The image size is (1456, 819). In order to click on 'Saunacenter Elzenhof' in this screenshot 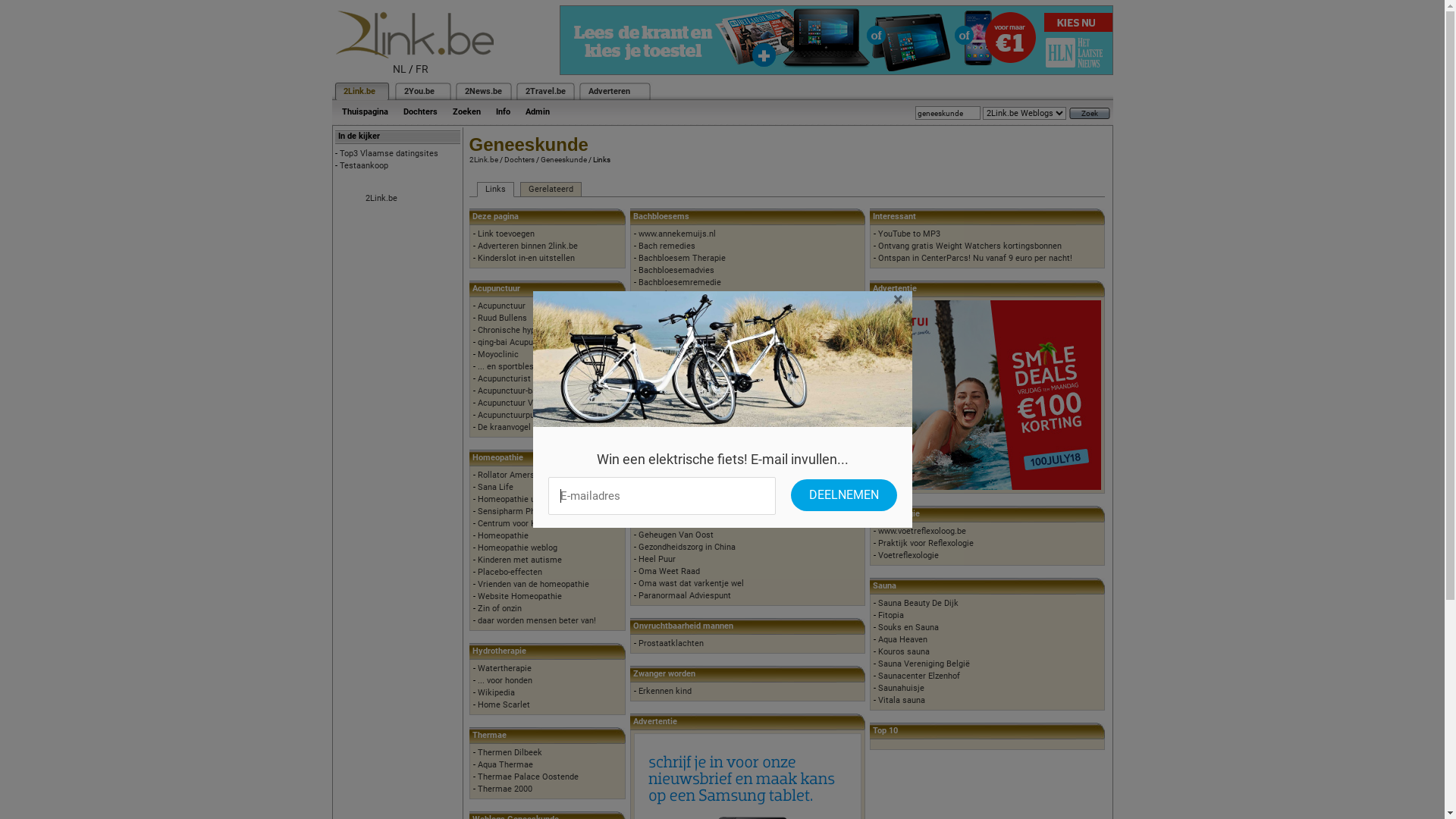, I will do `click(918, 675)`.